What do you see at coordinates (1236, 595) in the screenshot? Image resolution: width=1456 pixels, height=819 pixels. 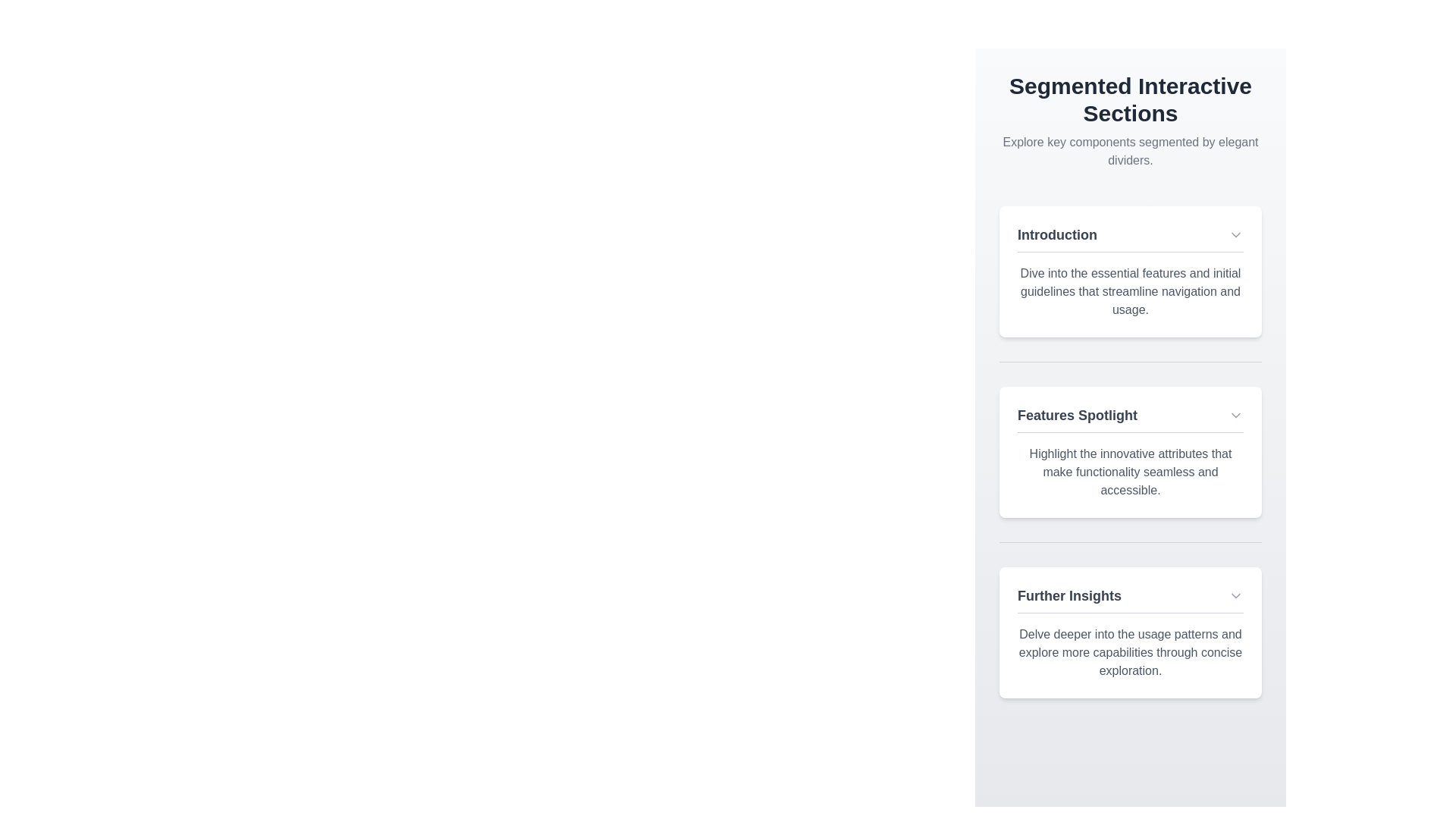 I see `the chevron icon button located in the third card of the 'Further Insights' section` at bounding box center [1236, 595].